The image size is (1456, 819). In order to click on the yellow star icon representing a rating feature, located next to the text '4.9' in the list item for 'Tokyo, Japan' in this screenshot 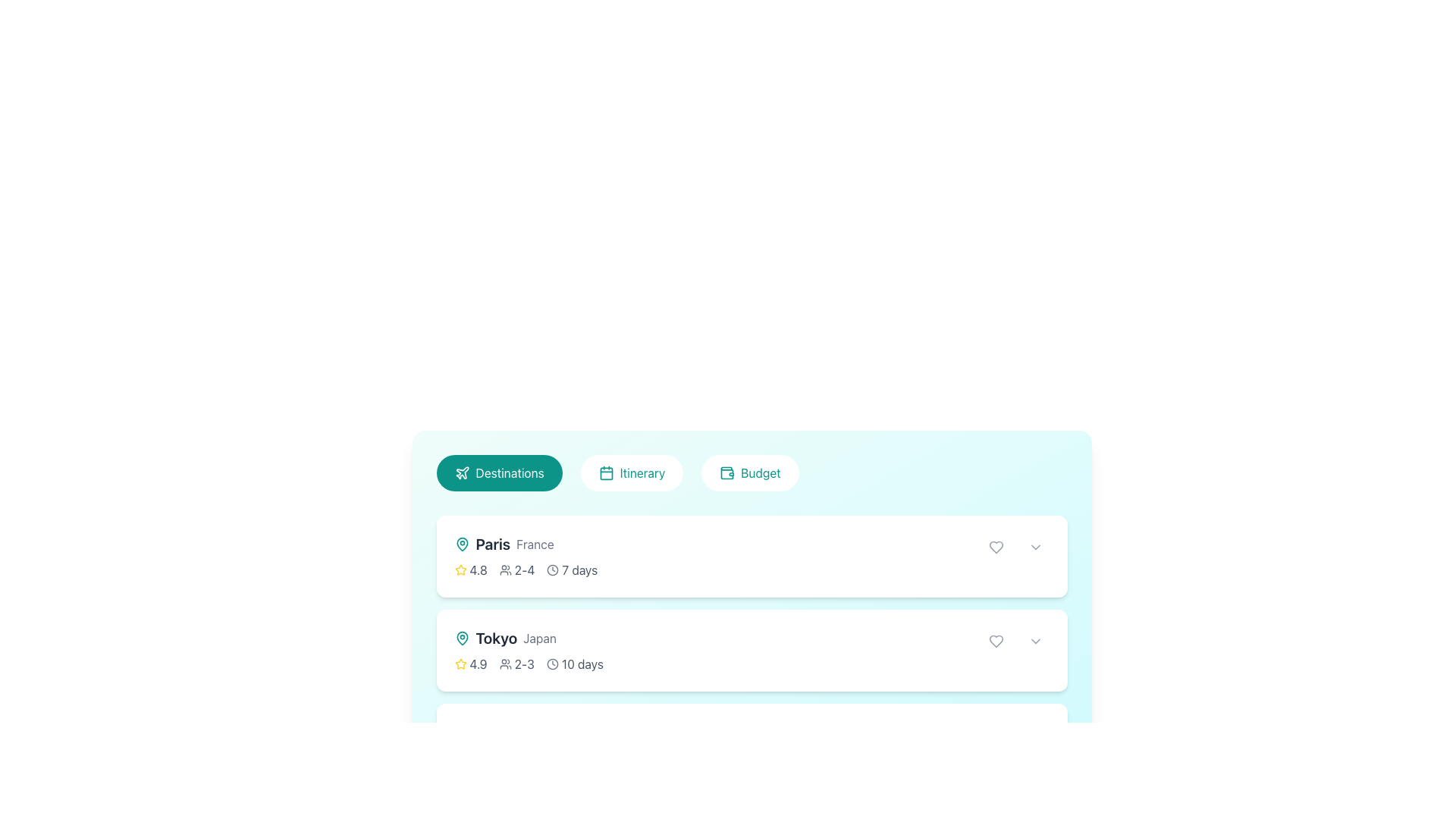, I will do `click(460, 663)`.